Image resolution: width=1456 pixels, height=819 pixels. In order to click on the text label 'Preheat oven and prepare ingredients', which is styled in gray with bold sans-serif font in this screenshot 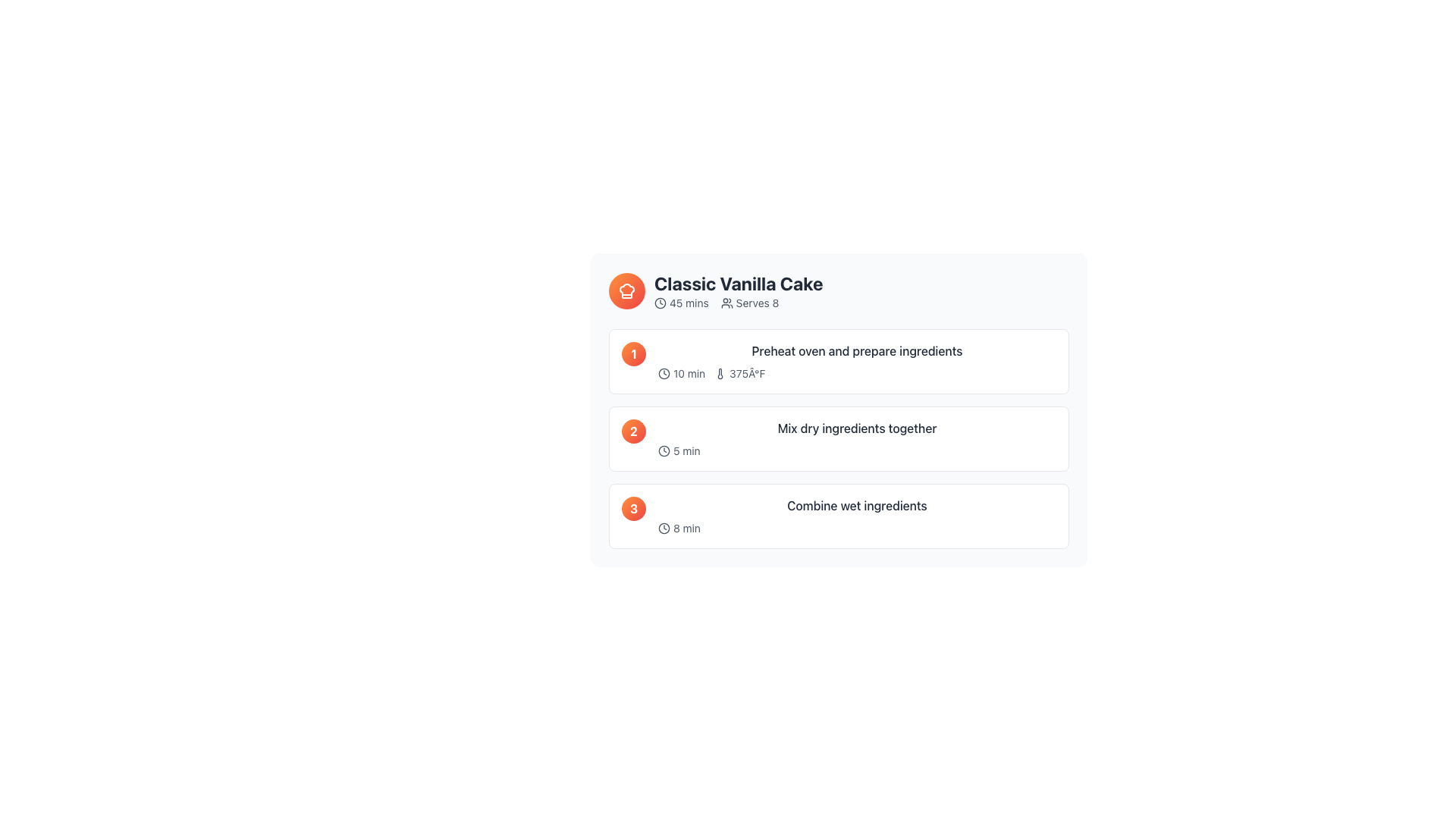, I will do `click(857, 350)`.